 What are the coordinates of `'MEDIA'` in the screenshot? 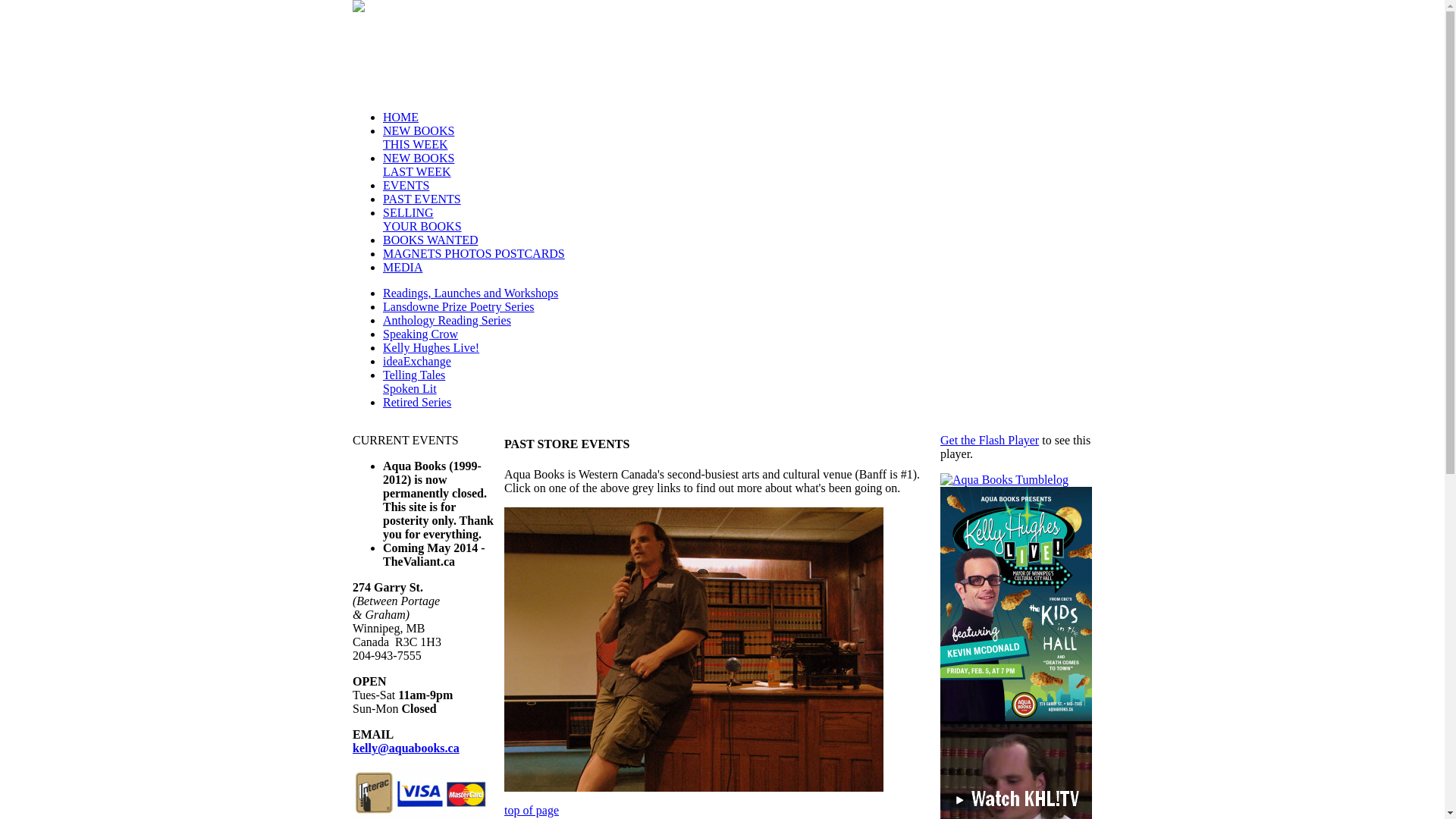 It's located at (403, 266).